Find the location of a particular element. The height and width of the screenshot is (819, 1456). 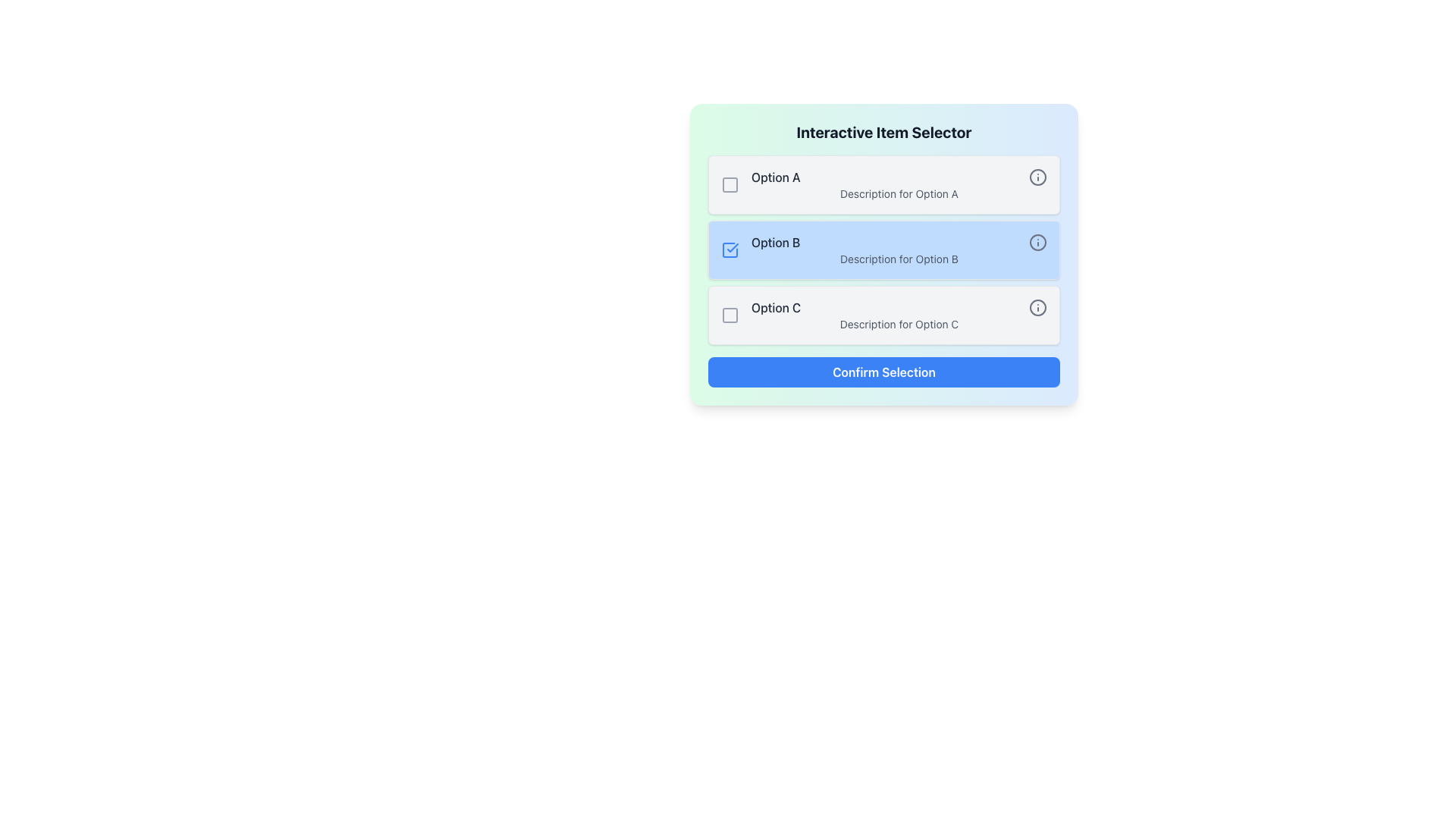

the second selectable list item labeled 'Option B' is located at coordinates (884, 249).